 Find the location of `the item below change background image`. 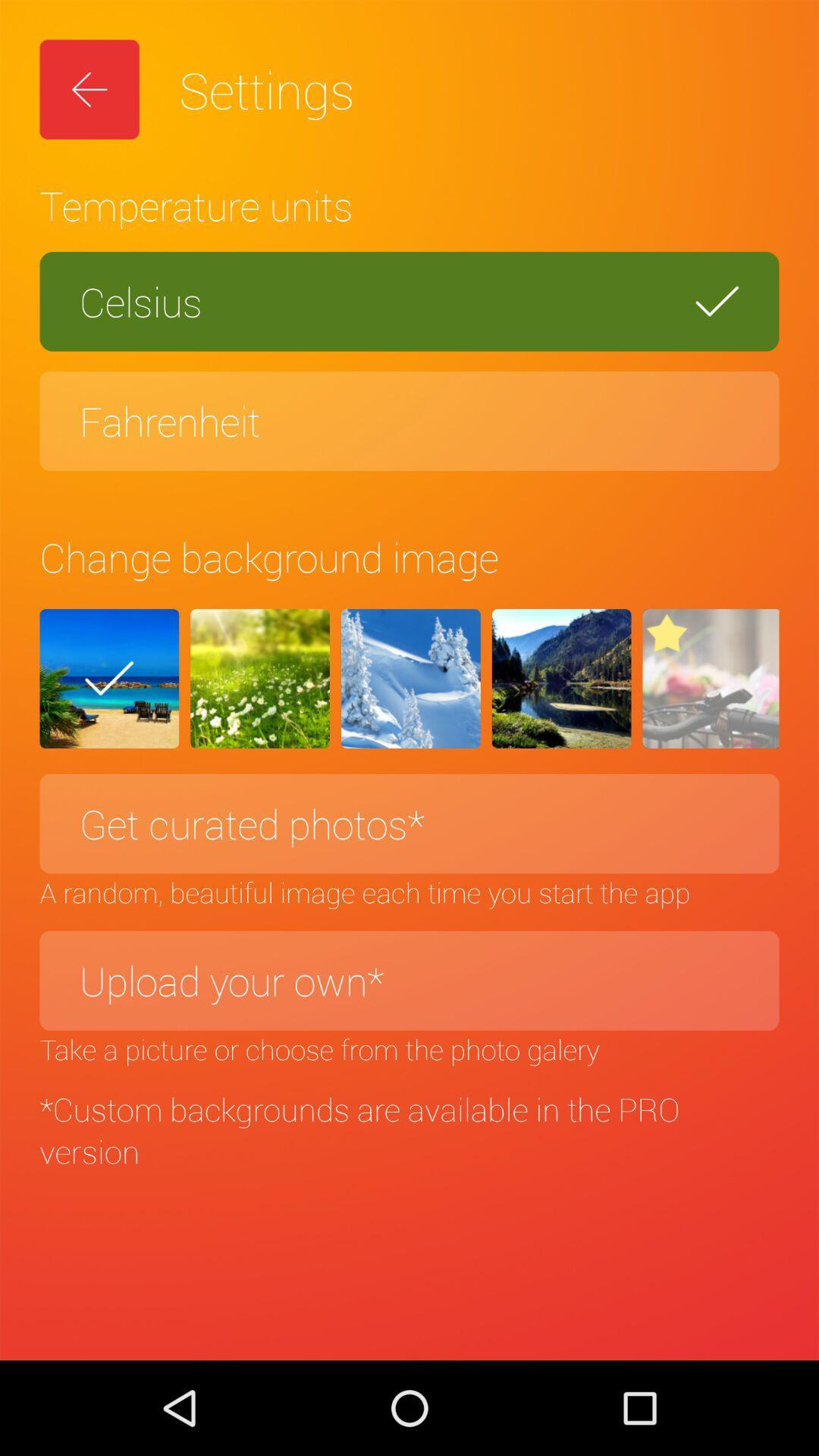

the item below change background image is located at coordinates (561, 678).